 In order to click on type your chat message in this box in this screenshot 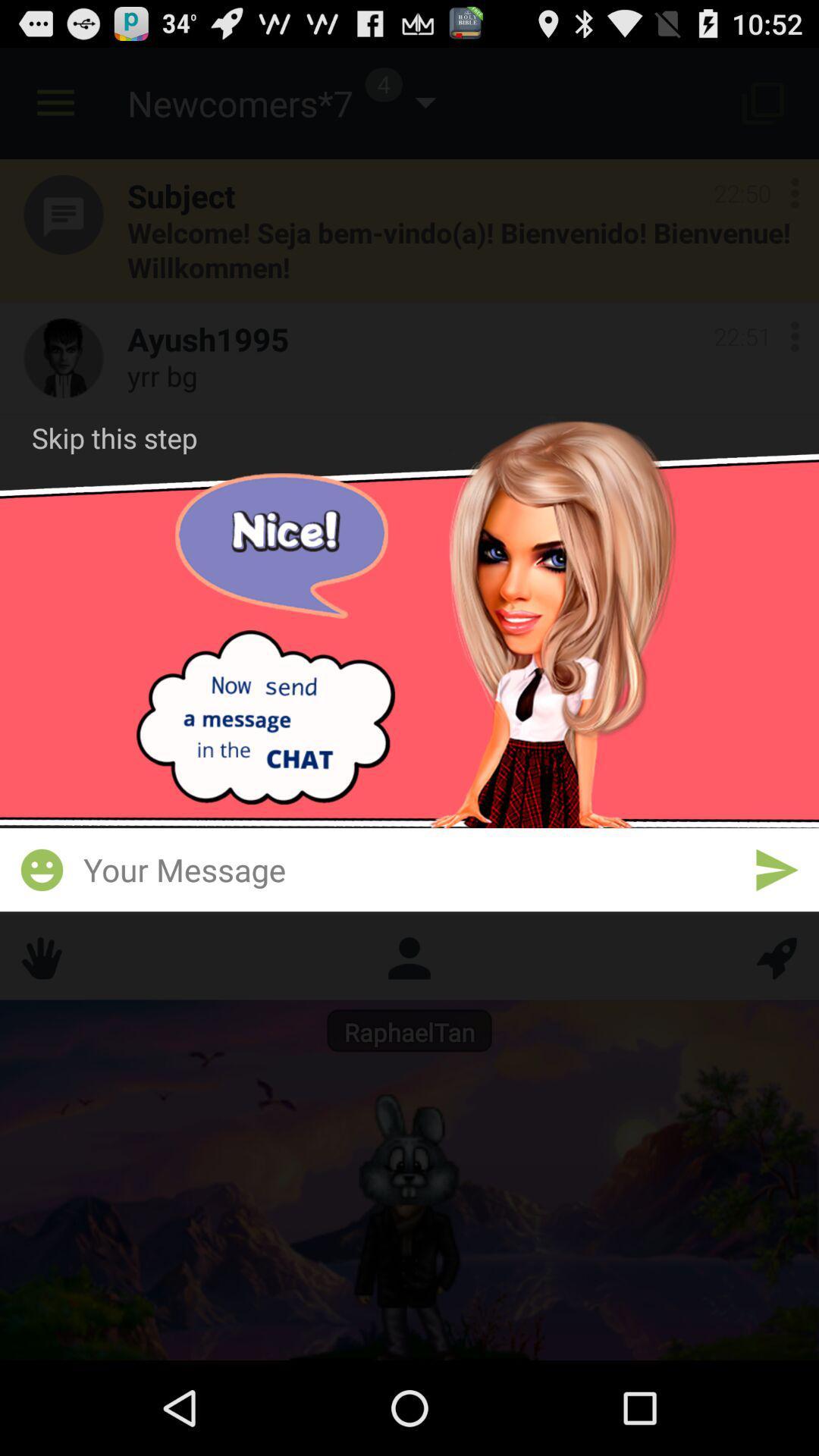, I will do `click(409, 869)`.